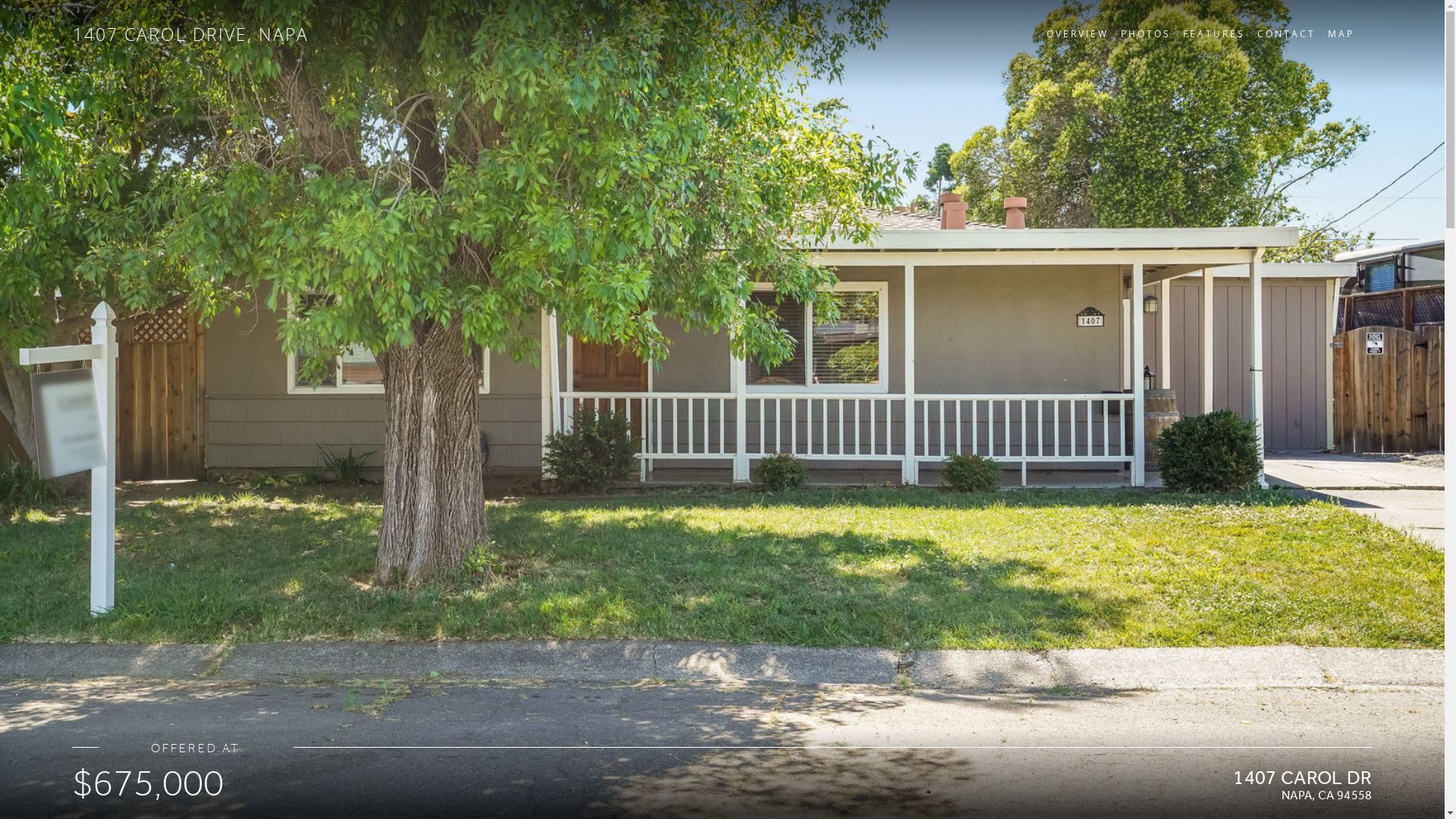 The image size is (1456, 819). What do you see at coordinates (1341, 33) in the screenshot?
I see `'MAP'` at bounding box center [1341, 33].